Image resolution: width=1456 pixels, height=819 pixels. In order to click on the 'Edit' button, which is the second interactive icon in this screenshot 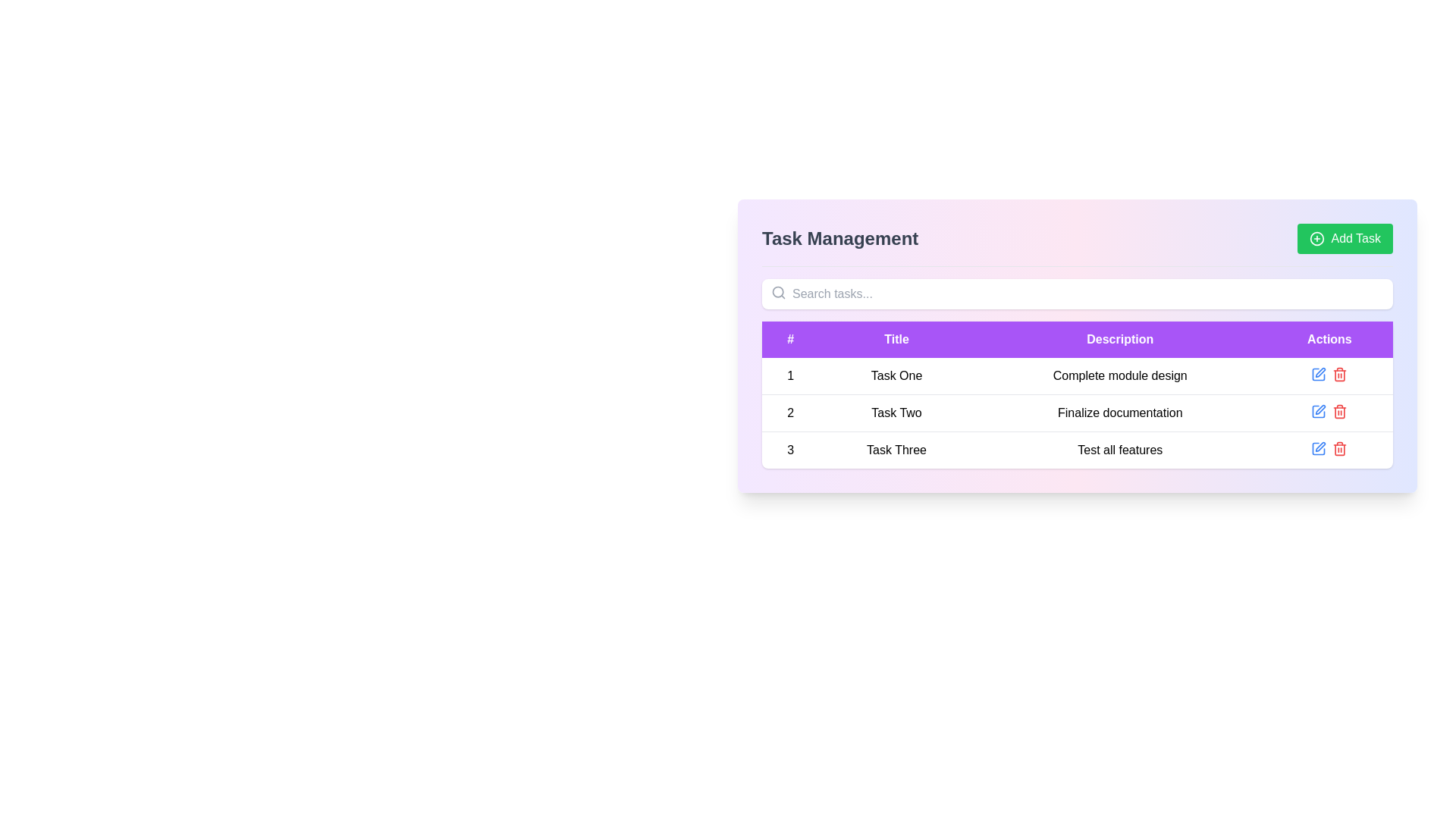, I will do `click(1318, 412)`.